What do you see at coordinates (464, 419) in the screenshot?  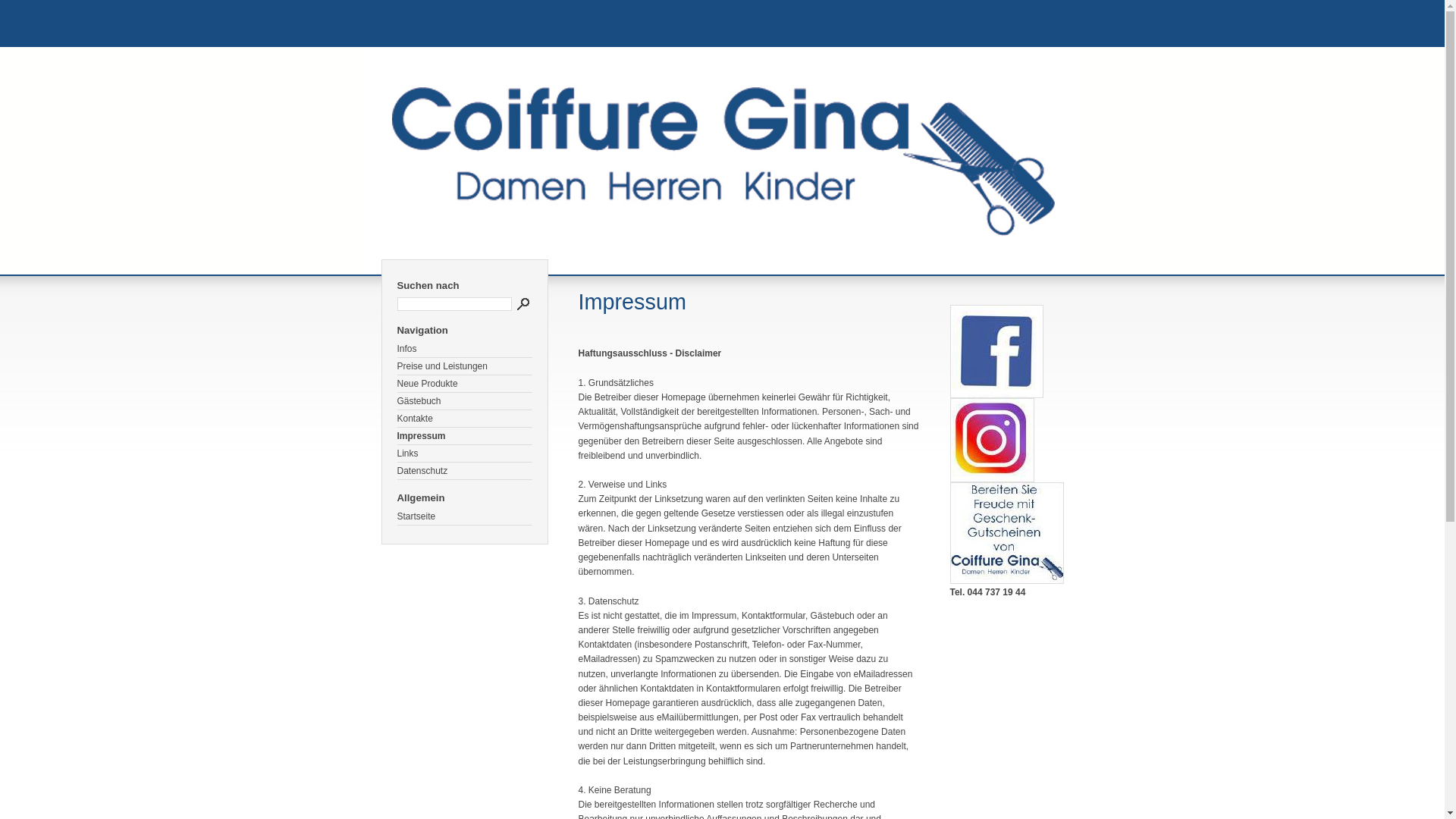 I see `'Kontakte'` at bounding box center [464, 419].